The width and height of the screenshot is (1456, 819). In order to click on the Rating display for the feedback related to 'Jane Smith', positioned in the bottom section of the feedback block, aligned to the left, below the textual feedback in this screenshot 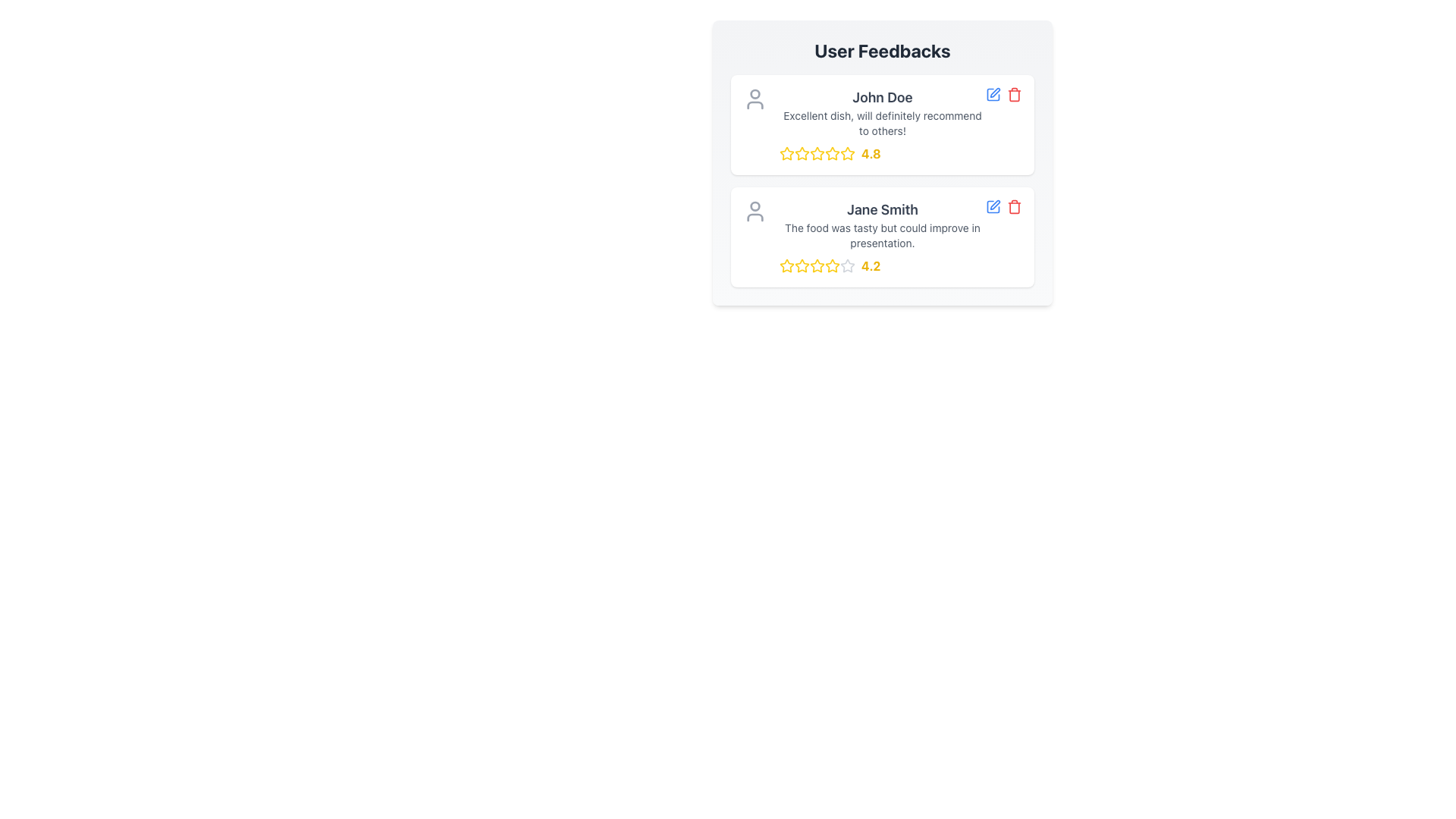, I will do `click(882, 265)`.